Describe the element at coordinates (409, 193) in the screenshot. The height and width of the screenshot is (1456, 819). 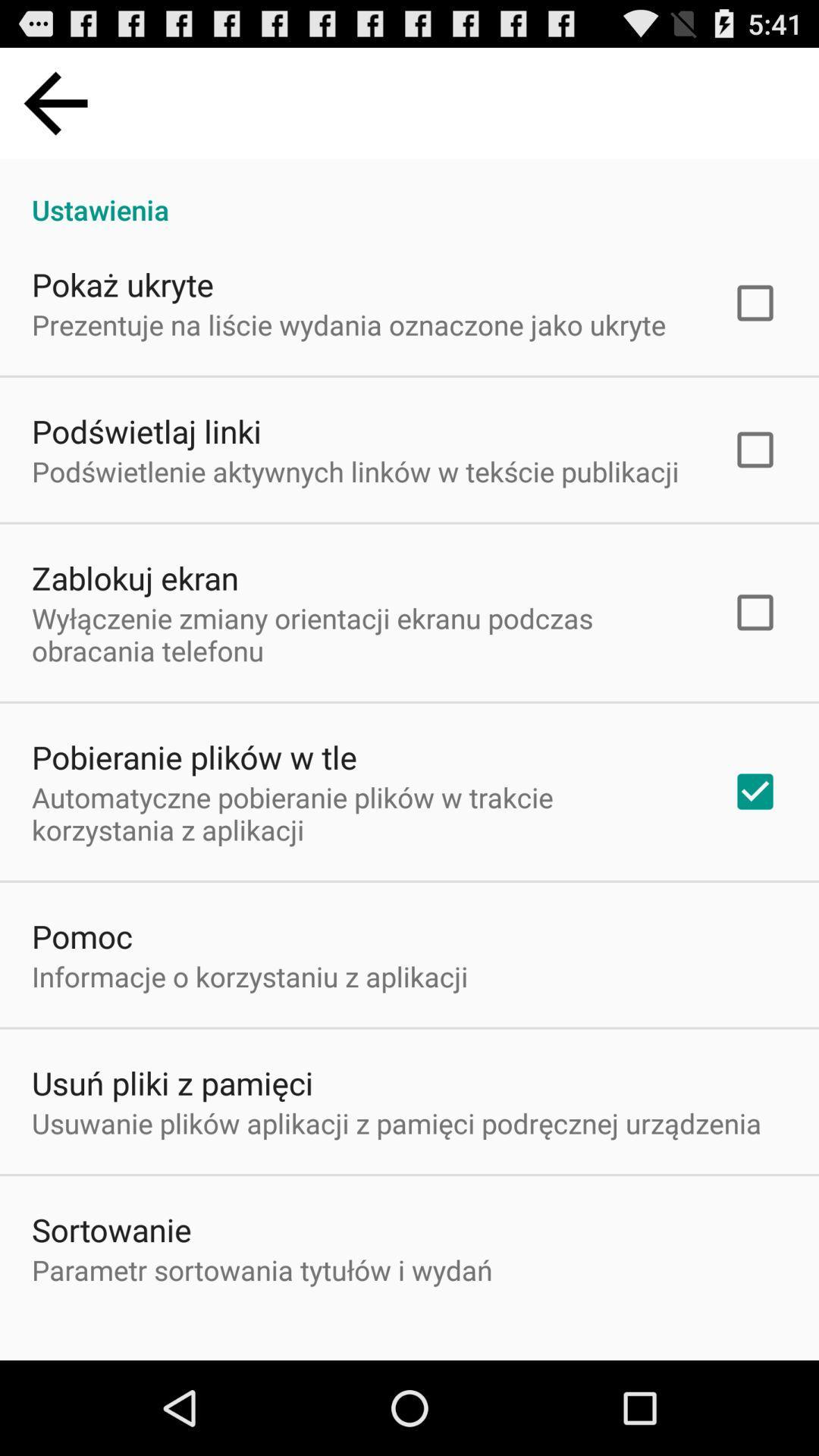
I see `ustawienia item` at that location.